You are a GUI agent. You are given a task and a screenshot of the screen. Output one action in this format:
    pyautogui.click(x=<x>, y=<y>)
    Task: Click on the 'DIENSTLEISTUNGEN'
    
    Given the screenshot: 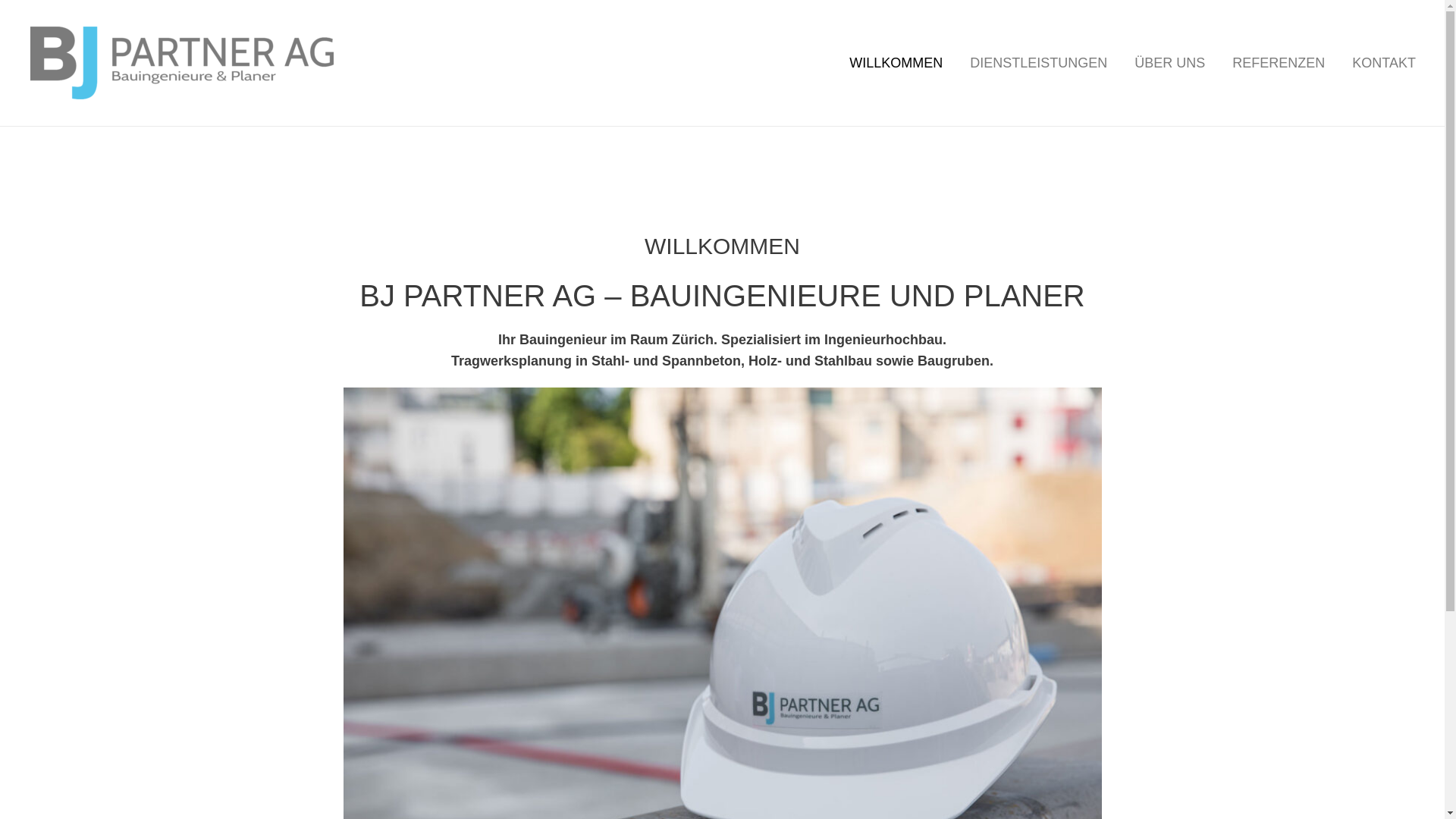 What is the action you would take?
    pyautogui.click(x=1037, y=62)
    